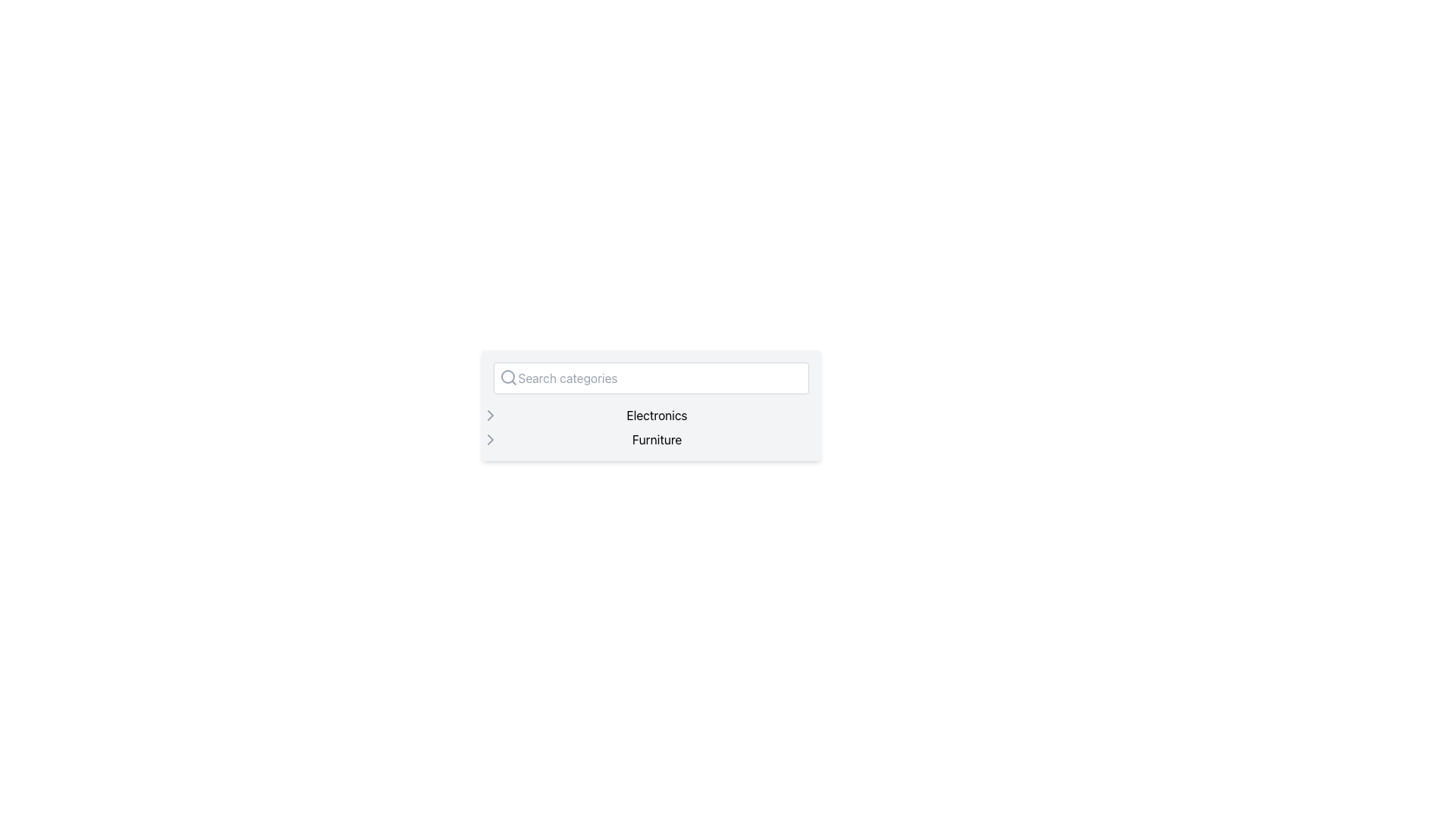 This screenshot has height=819, width=1456. Describe the element at coordinates (508, 376) in the screenshot. I see `the search icon located to the left of the 'Search categories' input field, which indicates the search functionality` at that location.